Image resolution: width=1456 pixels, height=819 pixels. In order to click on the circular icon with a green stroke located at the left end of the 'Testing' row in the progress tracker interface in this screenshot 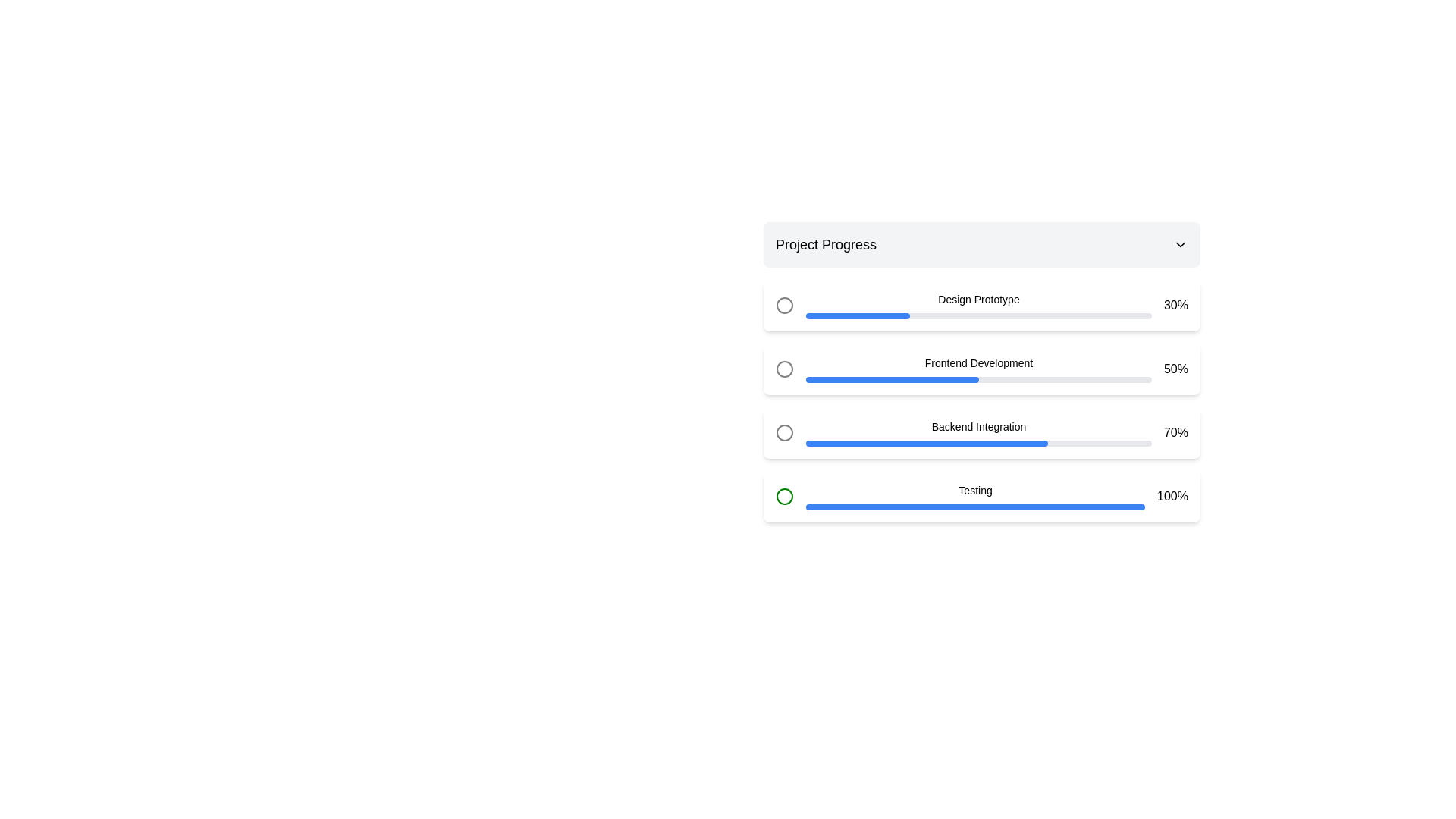, I will do `click(785, 497)`.